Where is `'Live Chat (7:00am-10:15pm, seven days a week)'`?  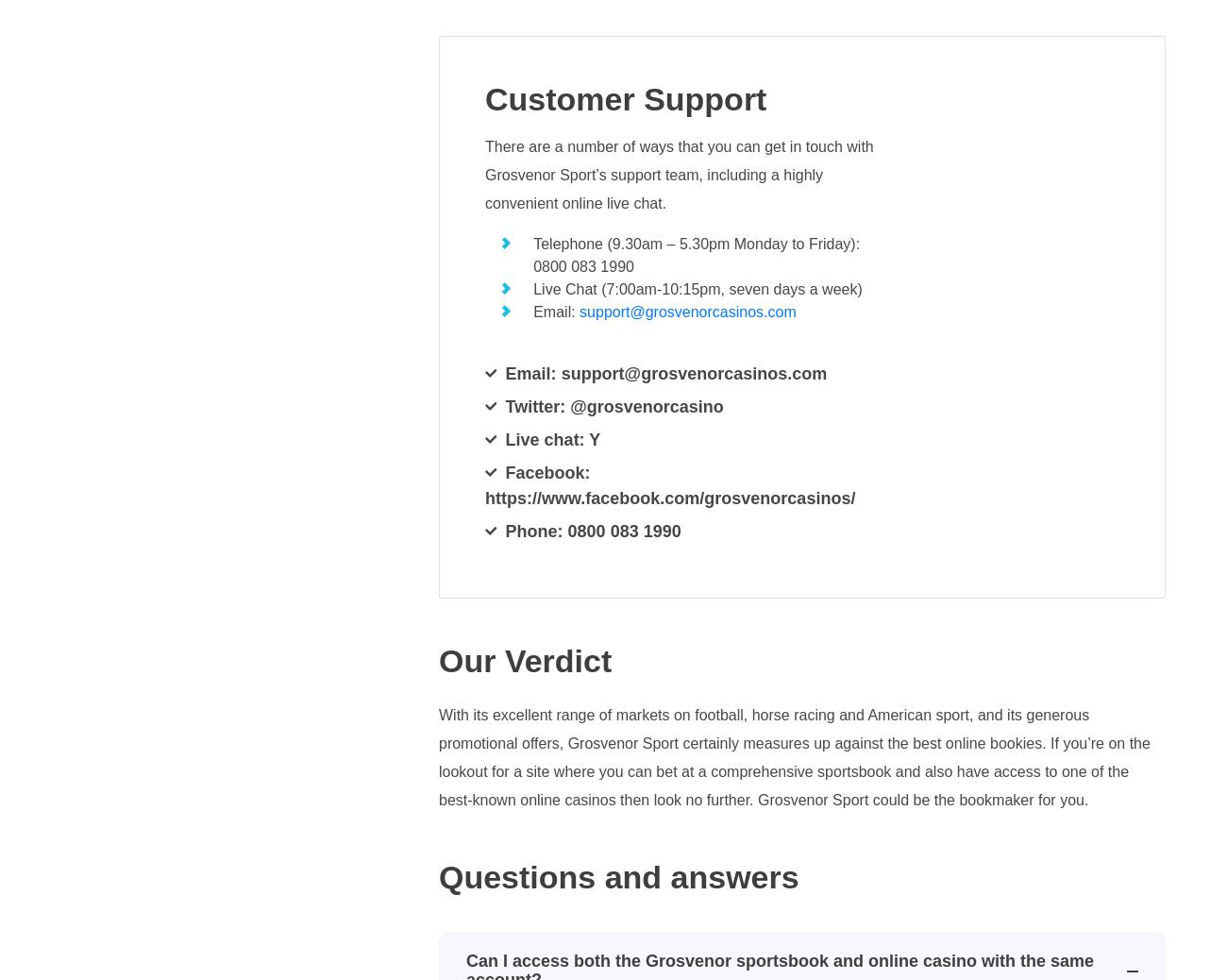
'Live Chat (7:00am-10:15pm, seven days a week)' is located at coordinates (698, 288).